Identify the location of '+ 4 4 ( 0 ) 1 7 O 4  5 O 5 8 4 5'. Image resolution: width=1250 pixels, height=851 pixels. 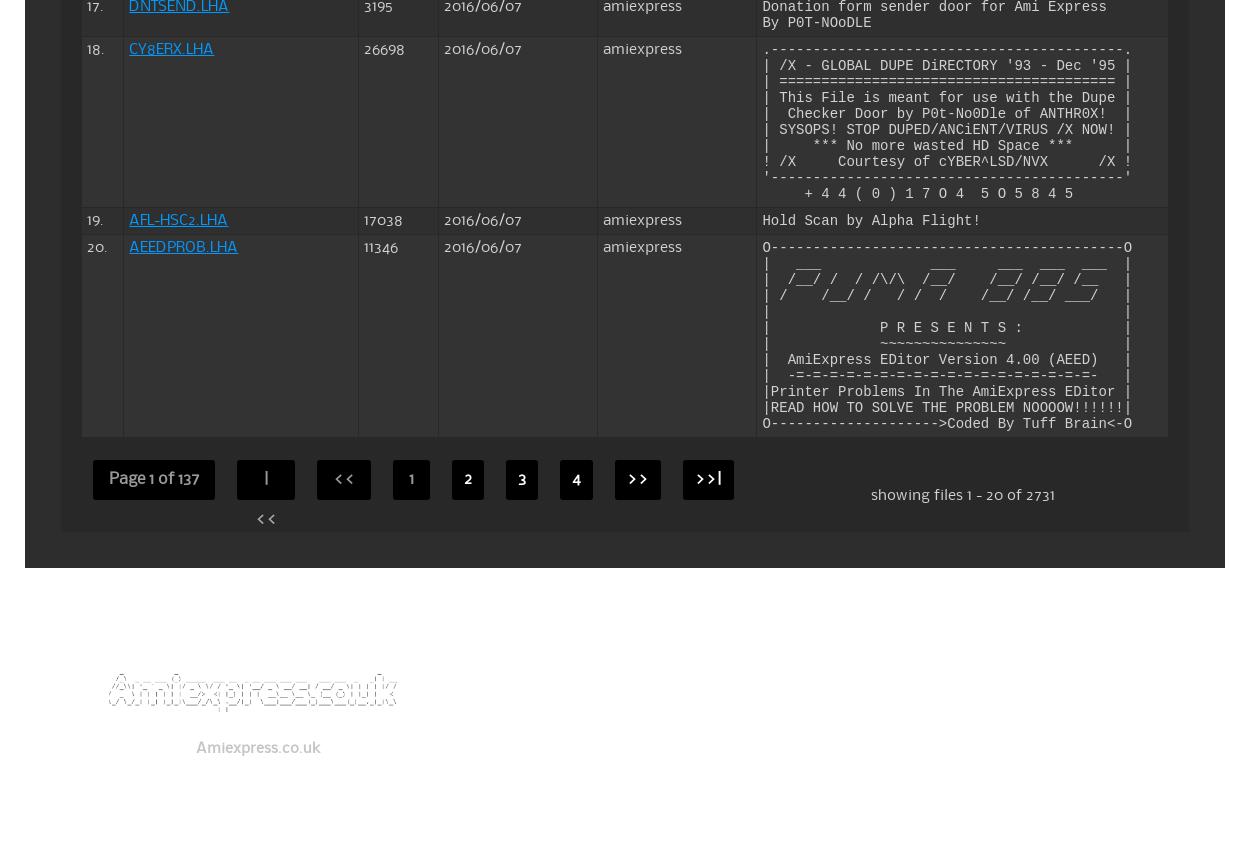
(917, 192).